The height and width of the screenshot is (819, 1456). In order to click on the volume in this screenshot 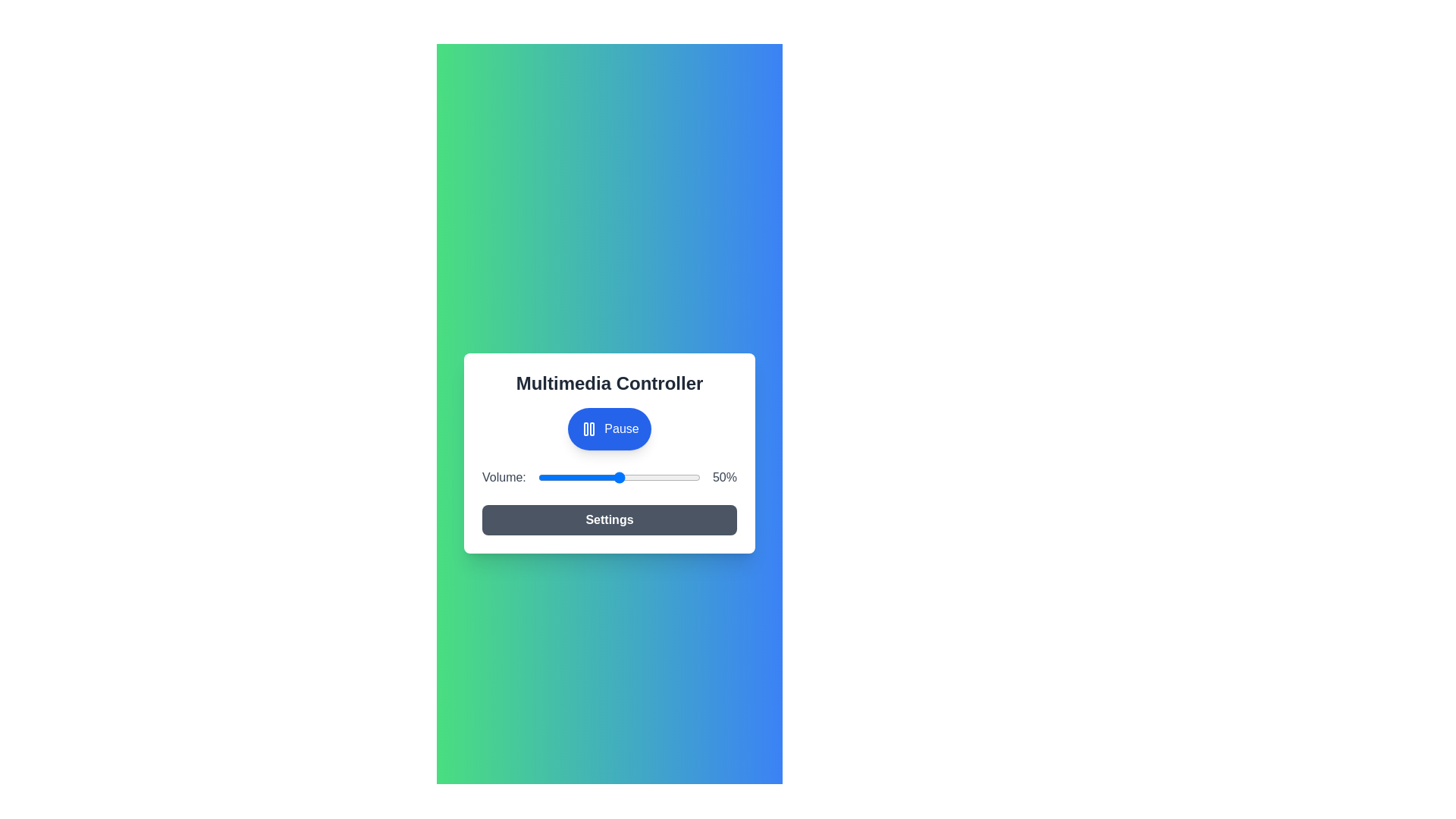, I will do `click(655, 476)`.